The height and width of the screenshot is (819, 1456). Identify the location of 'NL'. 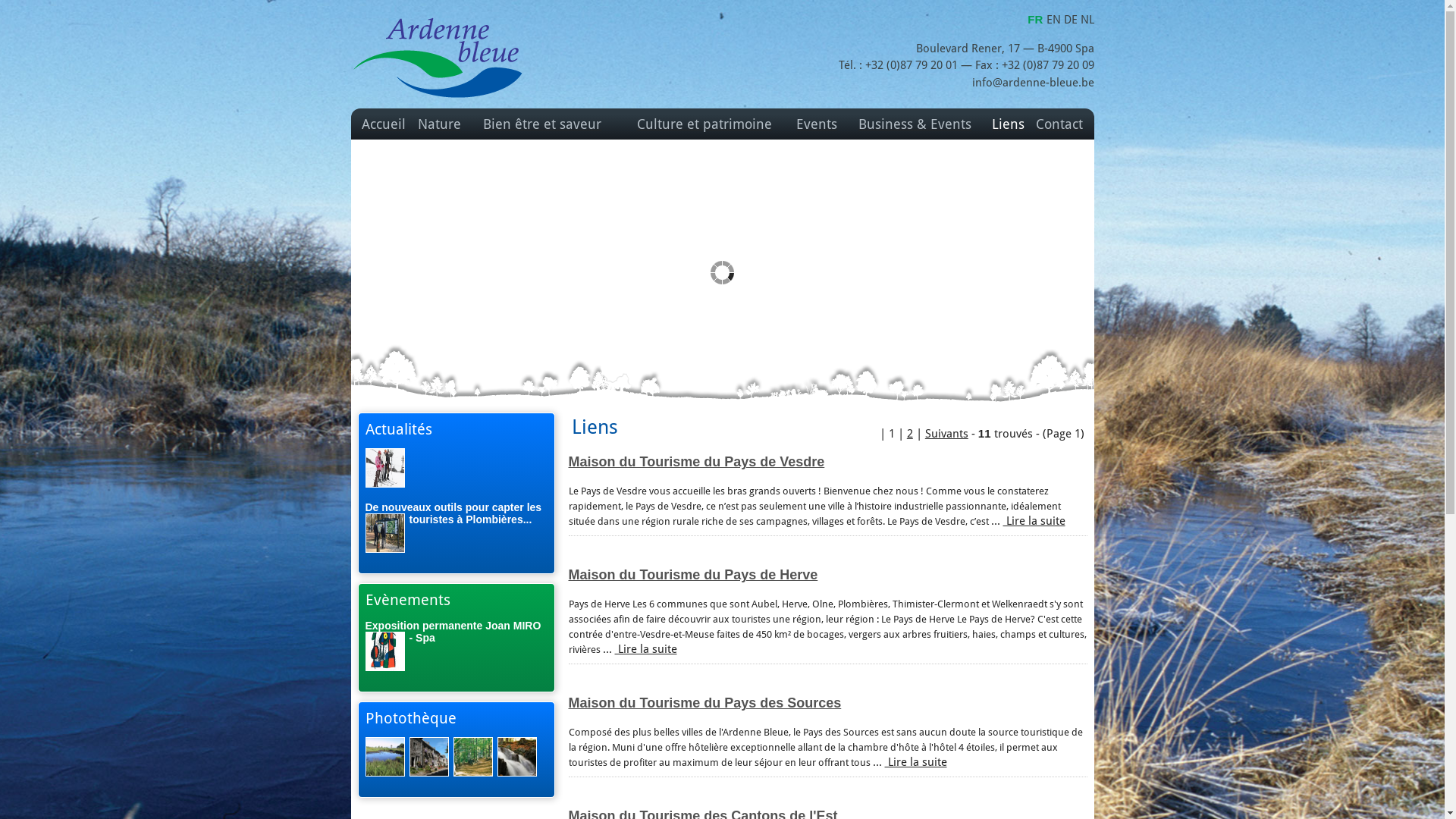
(1086, 20).